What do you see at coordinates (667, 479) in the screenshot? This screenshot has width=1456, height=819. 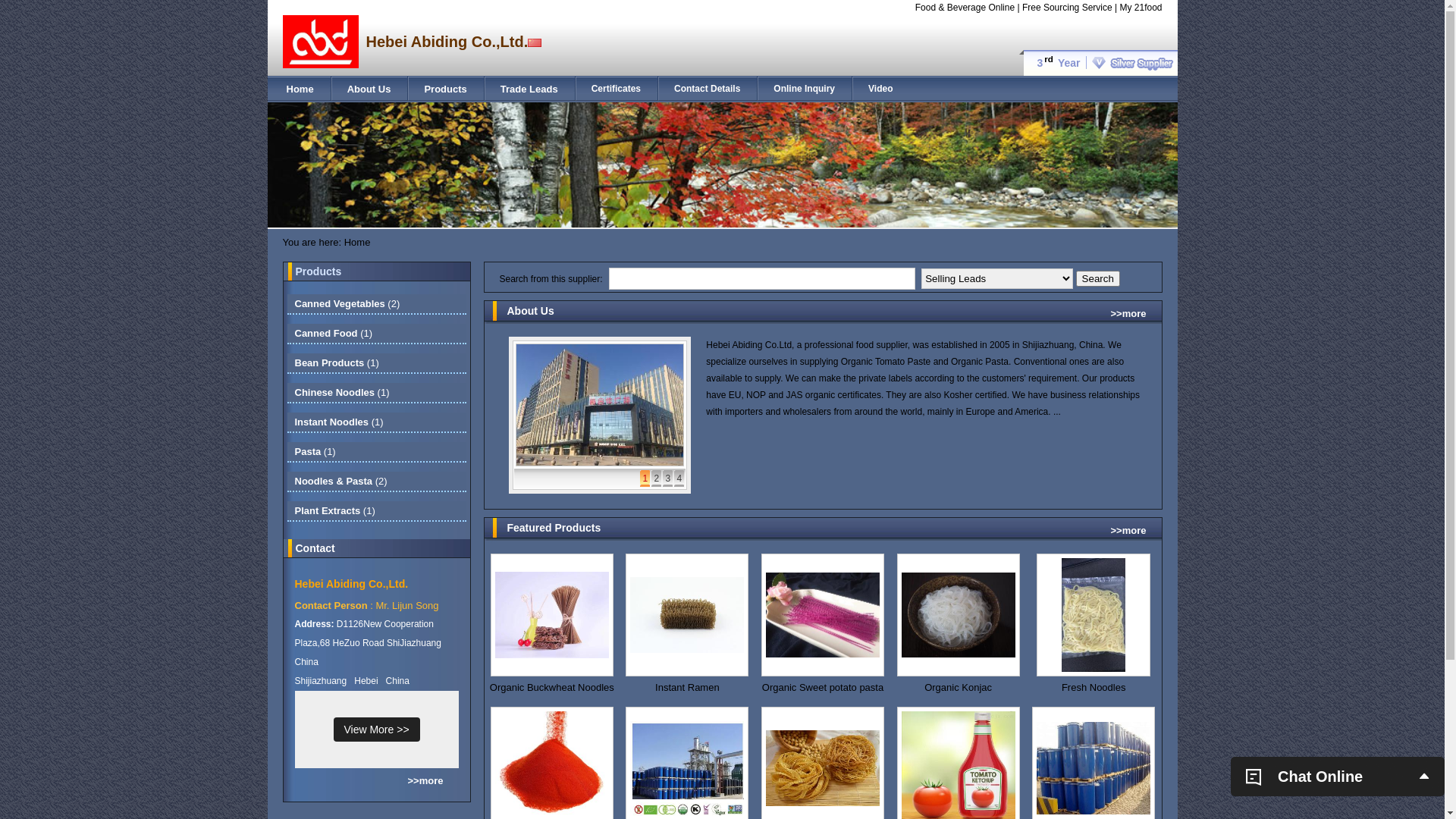 I see `'3'` at bounding box center [667, 479].